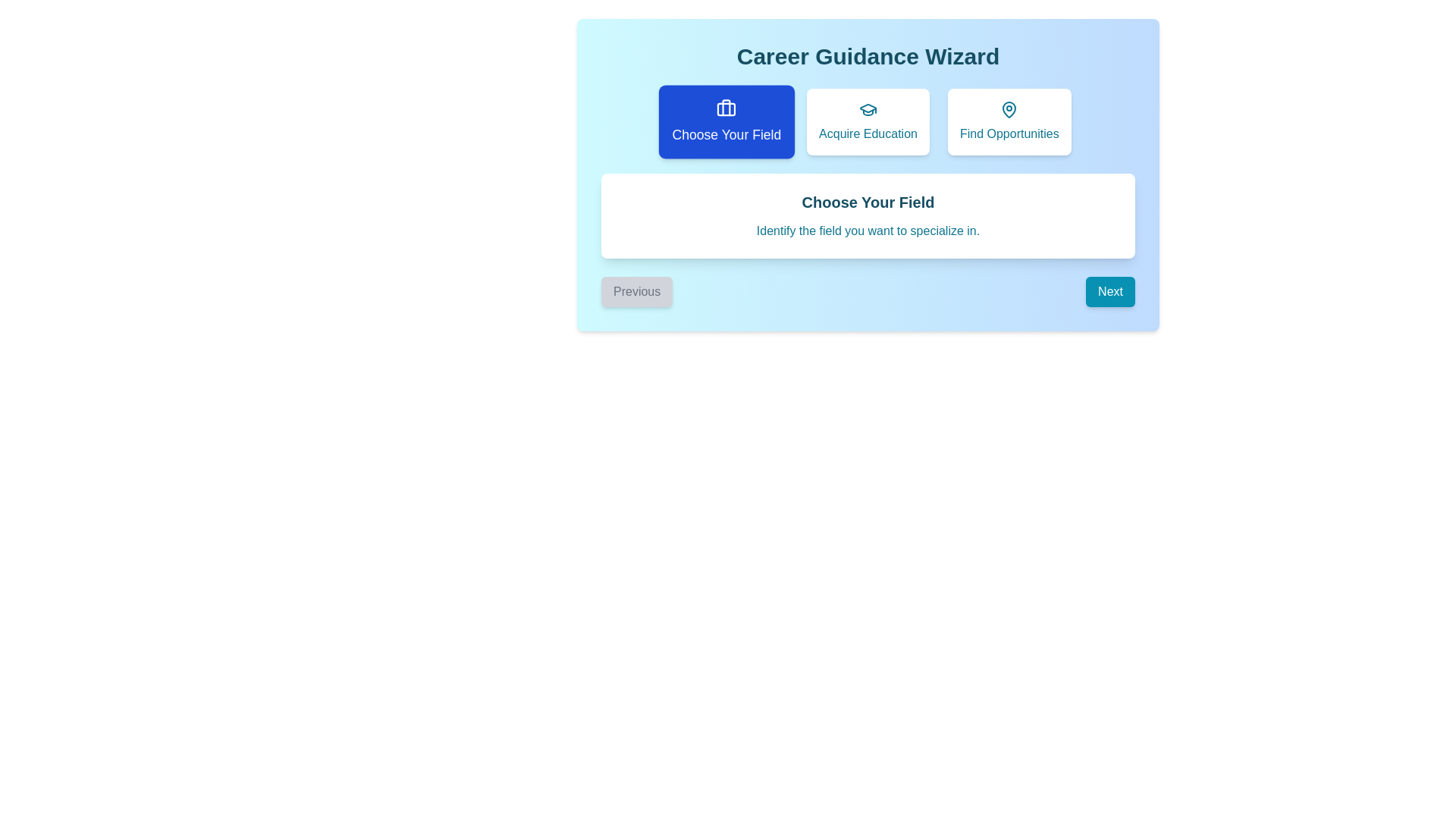  Describe the element at coordinates (868, 216) in the screenshot. I see `displayed text in the Informational Panel located beneath the row of selectable options, which provides guidance for the workflow` at that location.